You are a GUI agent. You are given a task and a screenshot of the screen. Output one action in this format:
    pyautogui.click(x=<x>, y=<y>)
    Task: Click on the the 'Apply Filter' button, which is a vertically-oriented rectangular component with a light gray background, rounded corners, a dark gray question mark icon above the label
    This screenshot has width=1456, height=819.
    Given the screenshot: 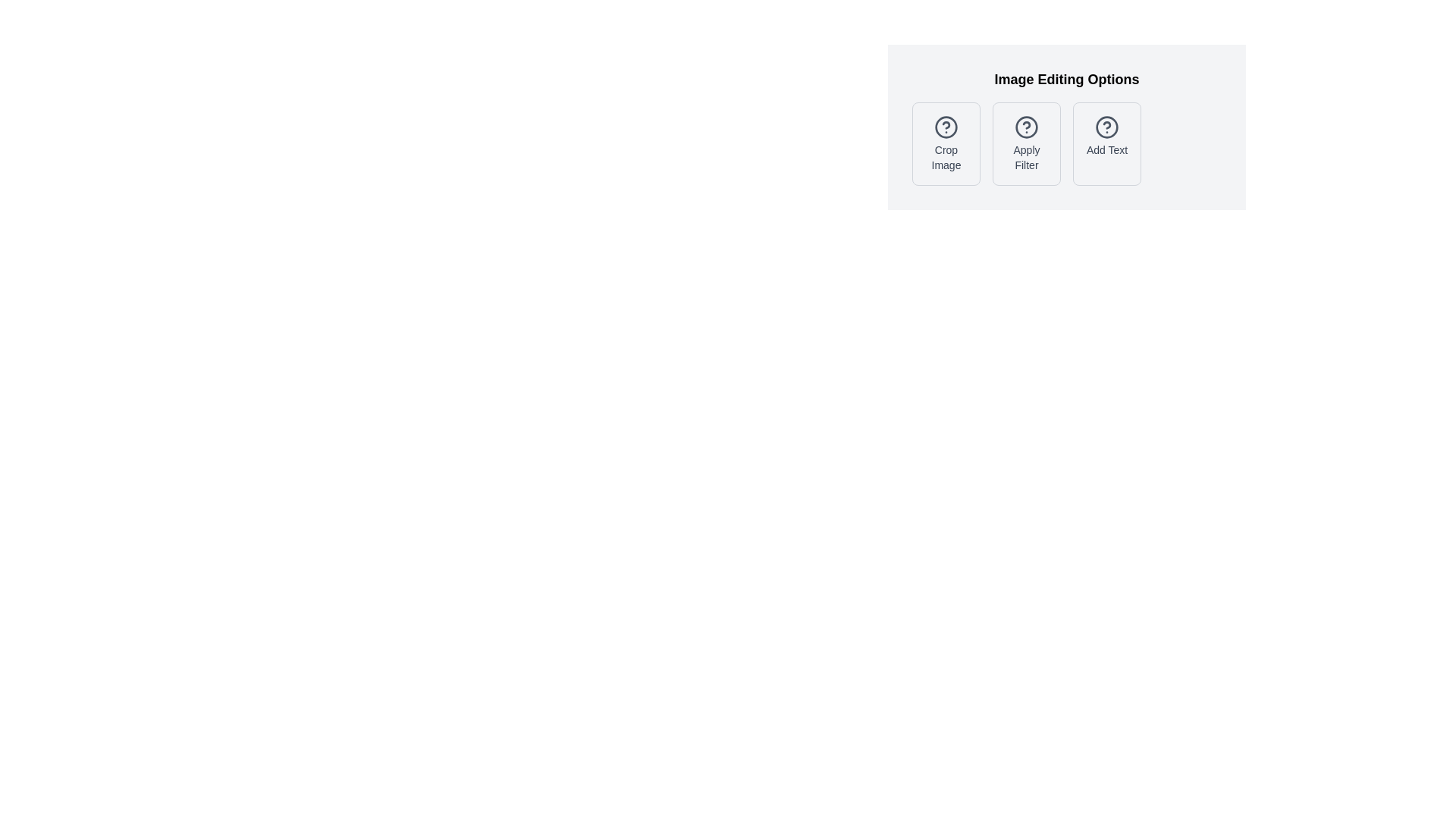 What is the action you would take?
    pyautogui.click(x=1026, y=143)
    